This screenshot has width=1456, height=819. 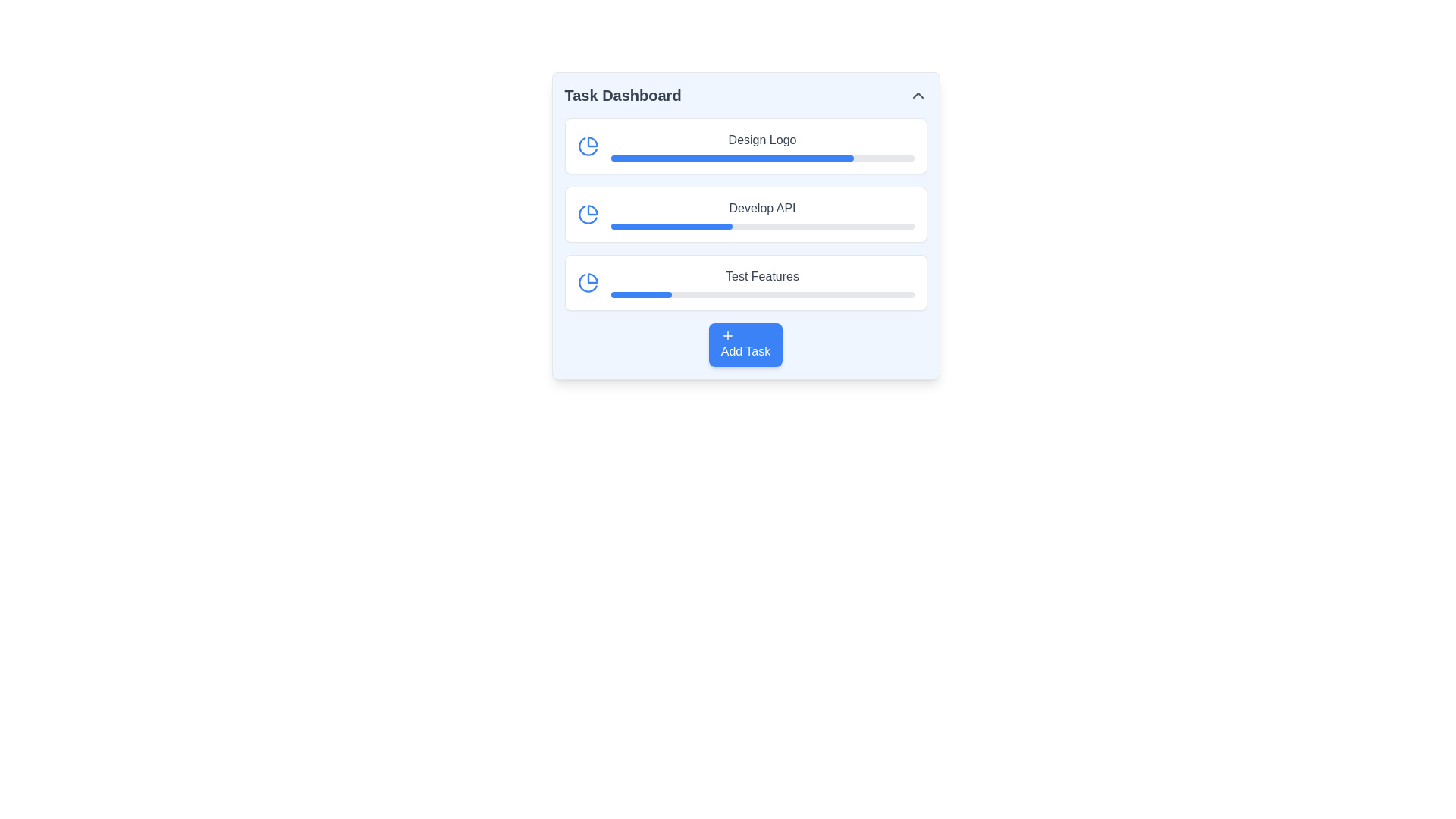 I want to click on the non-interactive progress bar that visually represents the completion percentage of the task 'Design Logo', located beneath the text label 'Design Logo', so click(x=762, y=158).